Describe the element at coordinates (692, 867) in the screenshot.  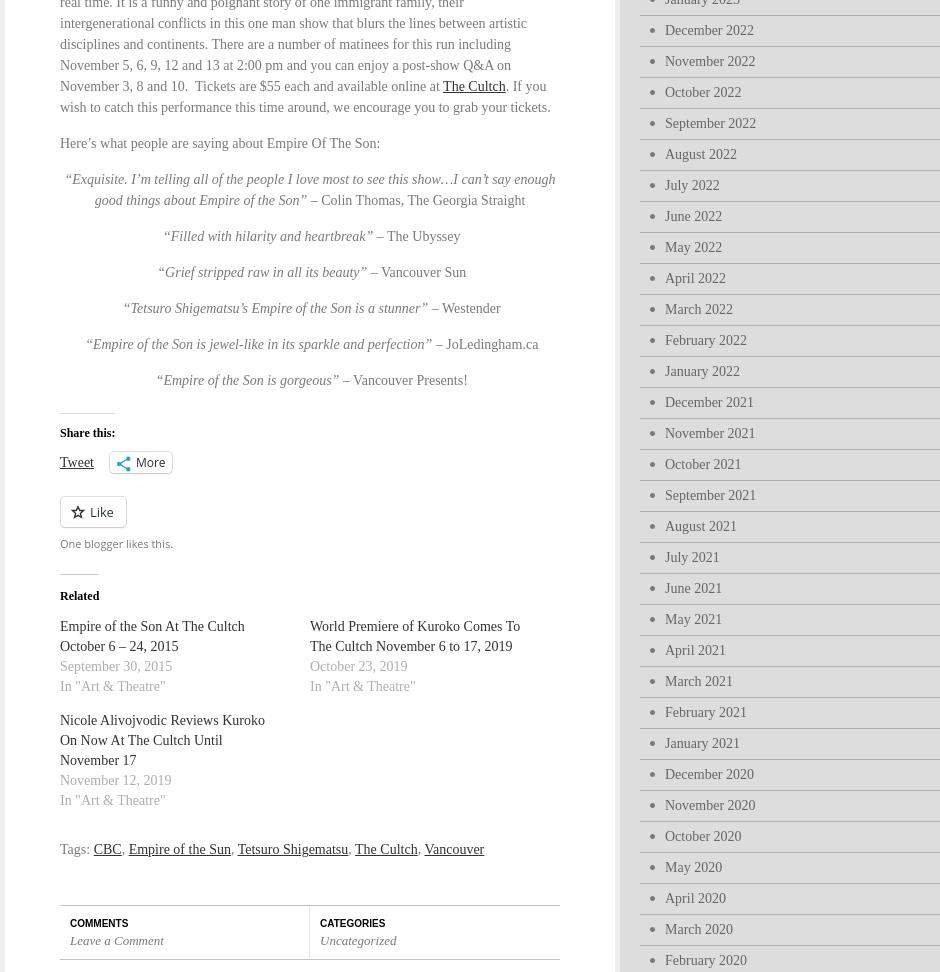
I see `'May 2020'` at that location.